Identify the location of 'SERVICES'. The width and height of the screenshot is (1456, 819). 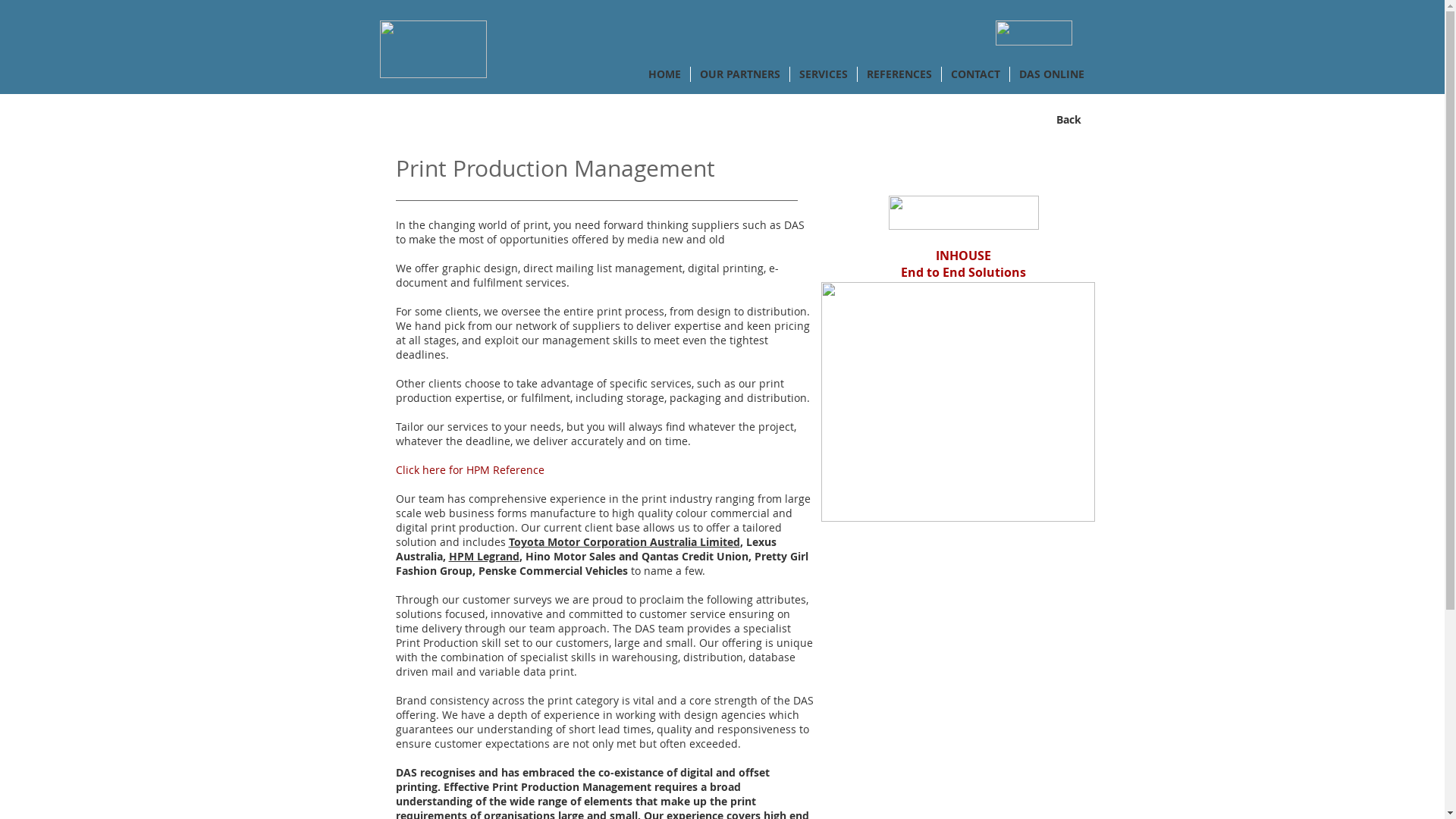
(822, 74).